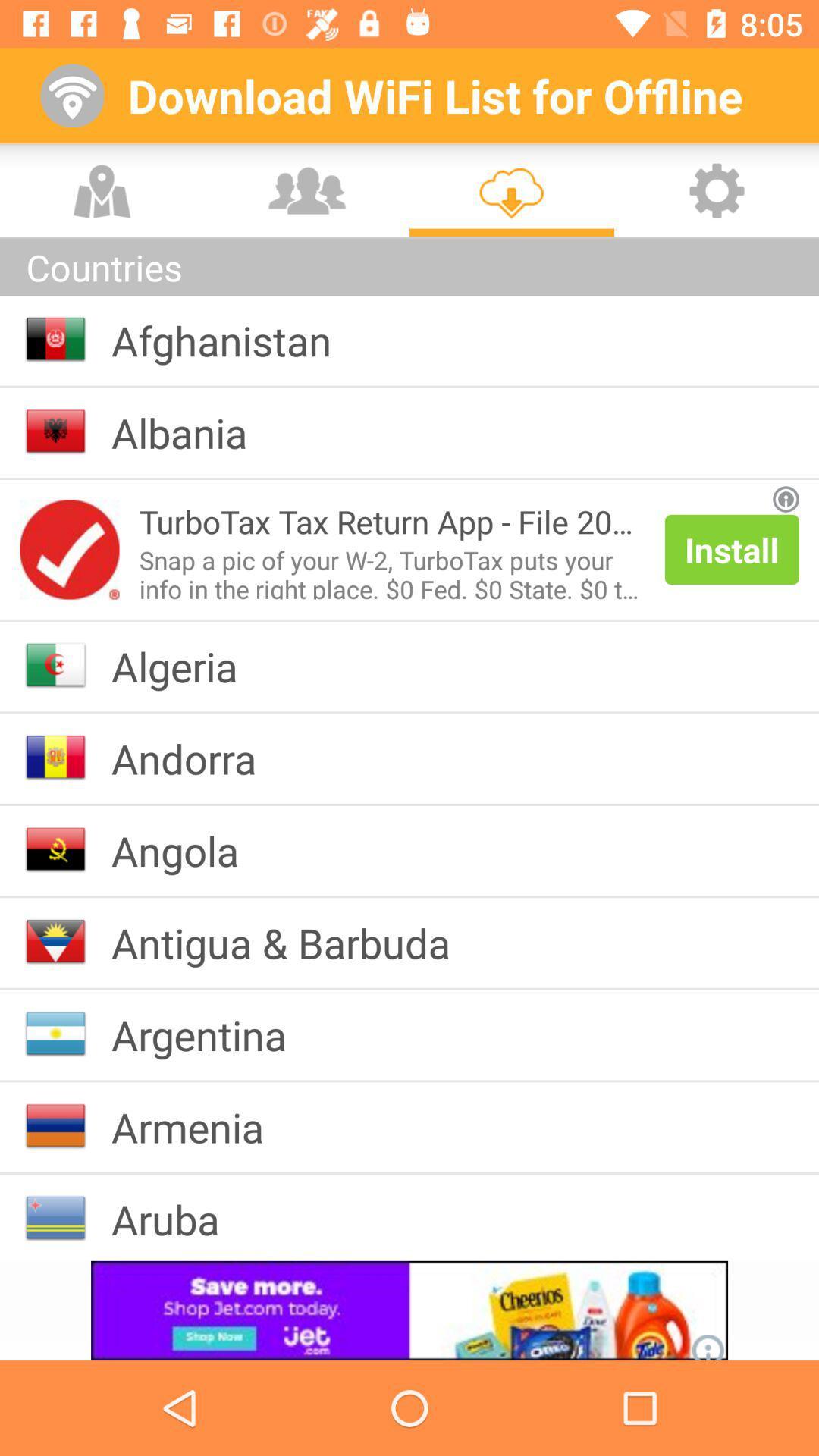 This screenshot has width=819, height=1456. I want to click on the icon above snap a pic icon, so click(391, 521).